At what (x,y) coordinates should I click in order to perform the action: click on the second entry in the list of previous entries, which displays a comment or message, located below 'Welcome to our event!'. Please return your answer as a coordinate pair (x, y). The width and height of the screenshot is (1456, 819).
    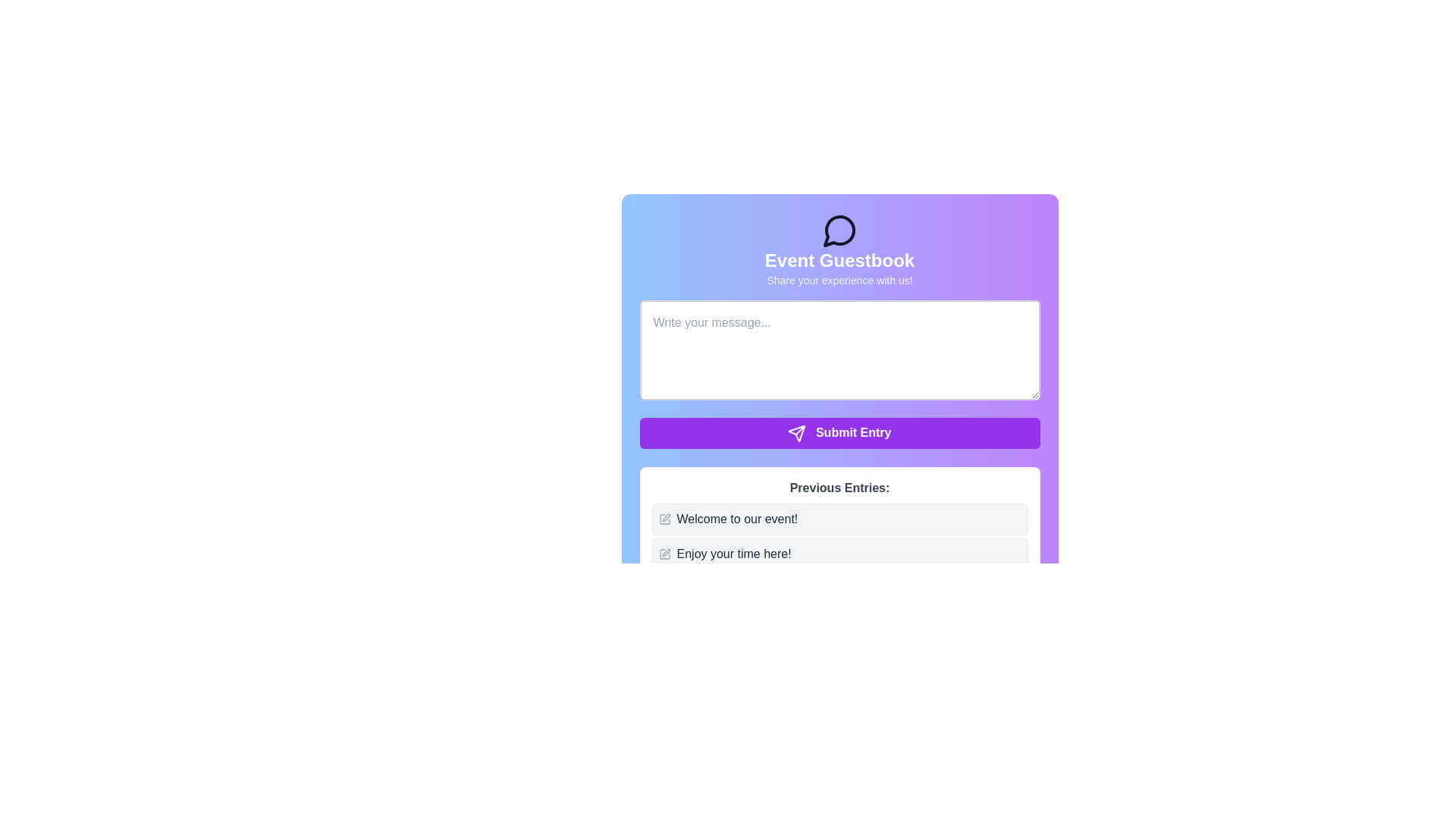
    Looking at the image, I should click on (839, 554).